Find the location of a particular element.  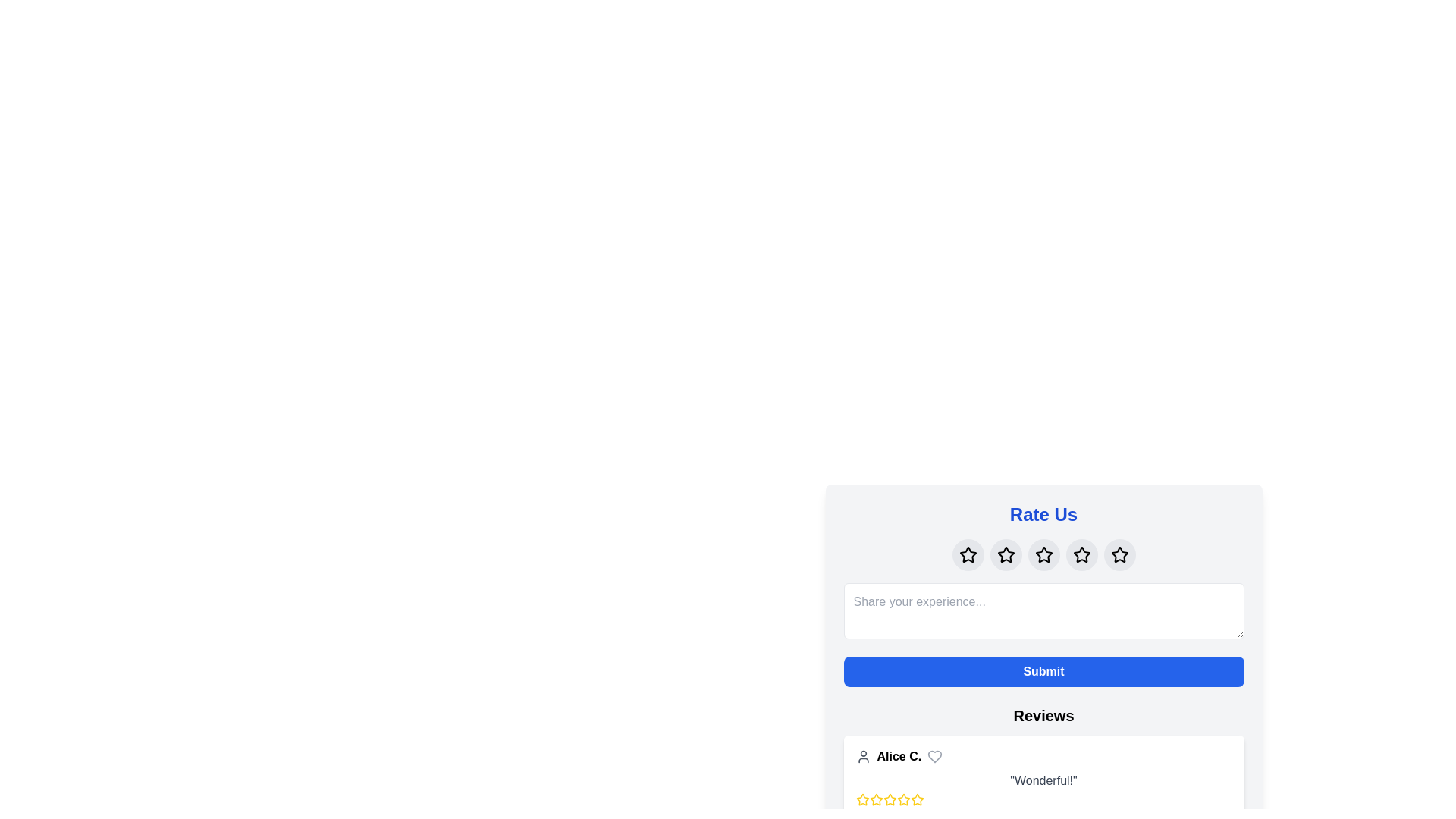

the username 'Alice C.' in the User Profile Display is located at coordinates (1043, 757).